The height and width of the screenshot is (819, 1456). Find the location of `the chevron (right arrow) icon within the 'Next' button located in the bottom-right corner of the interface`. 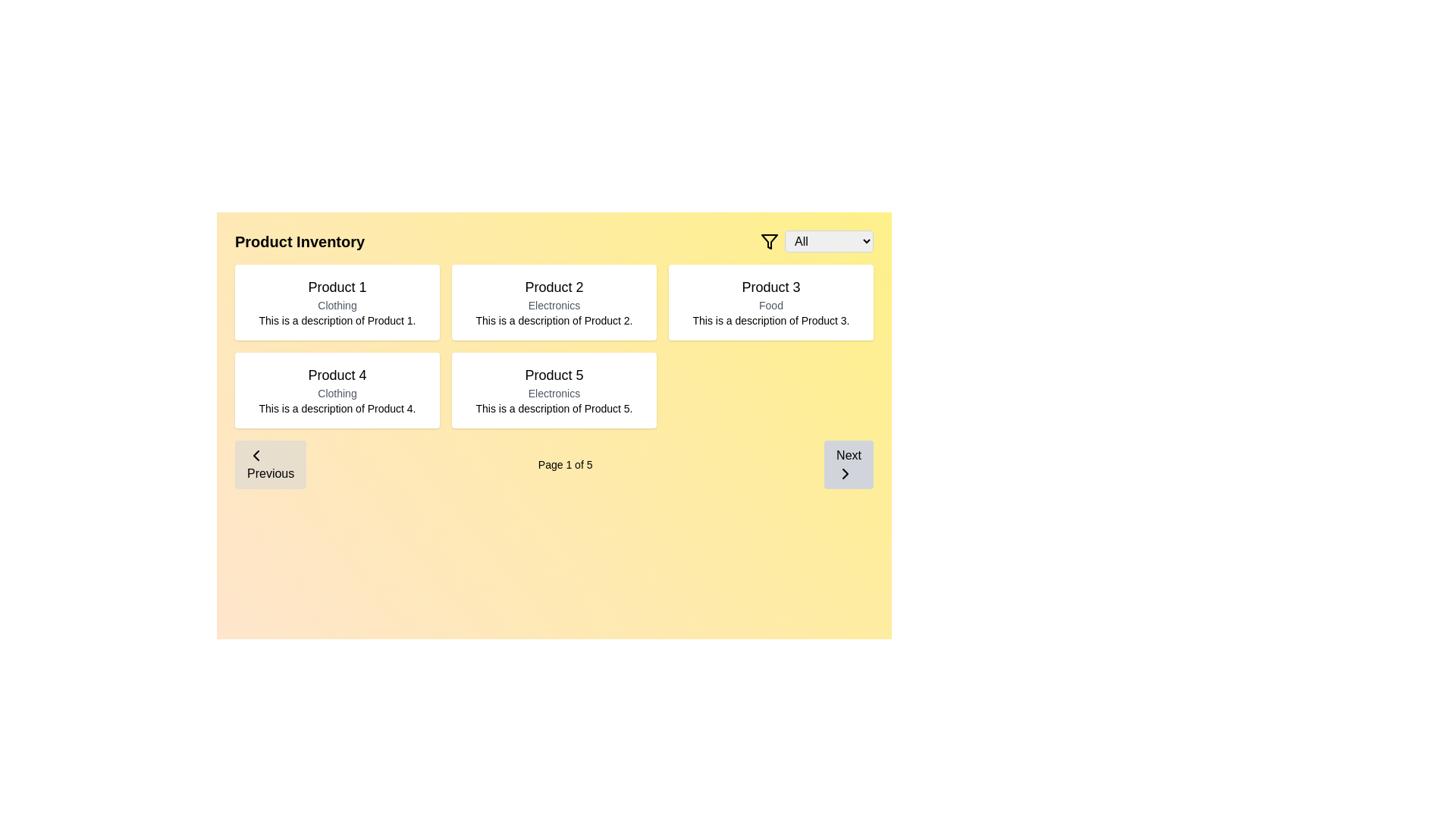

the chevron (right arrow) icon within the 'Next' button located in the bottom-right corner of the interface is located at coordinates (845, 472).